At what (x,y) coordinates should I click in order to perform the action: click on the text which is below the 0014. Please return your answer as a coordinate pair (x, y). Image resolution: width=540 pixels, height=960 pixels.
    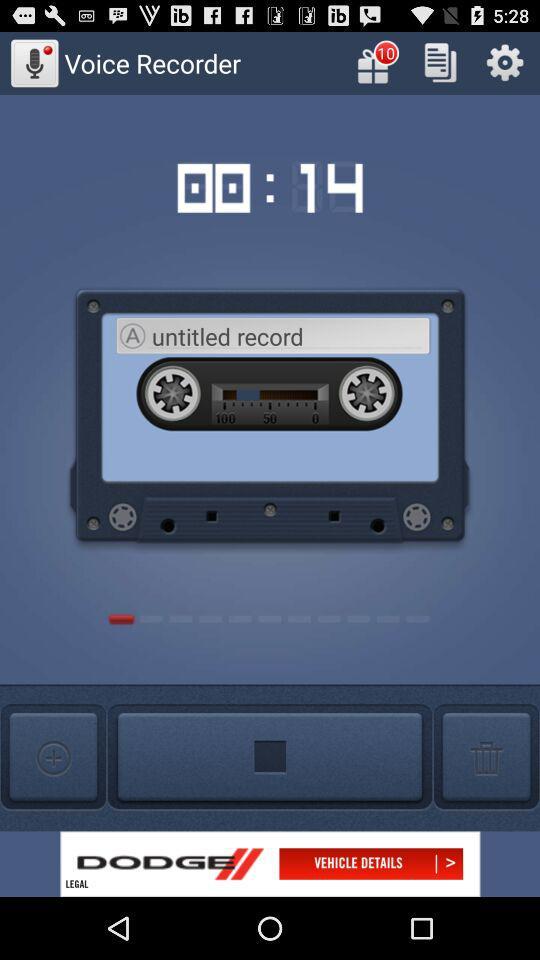
    Looking at the image, I should click on (288, 336).